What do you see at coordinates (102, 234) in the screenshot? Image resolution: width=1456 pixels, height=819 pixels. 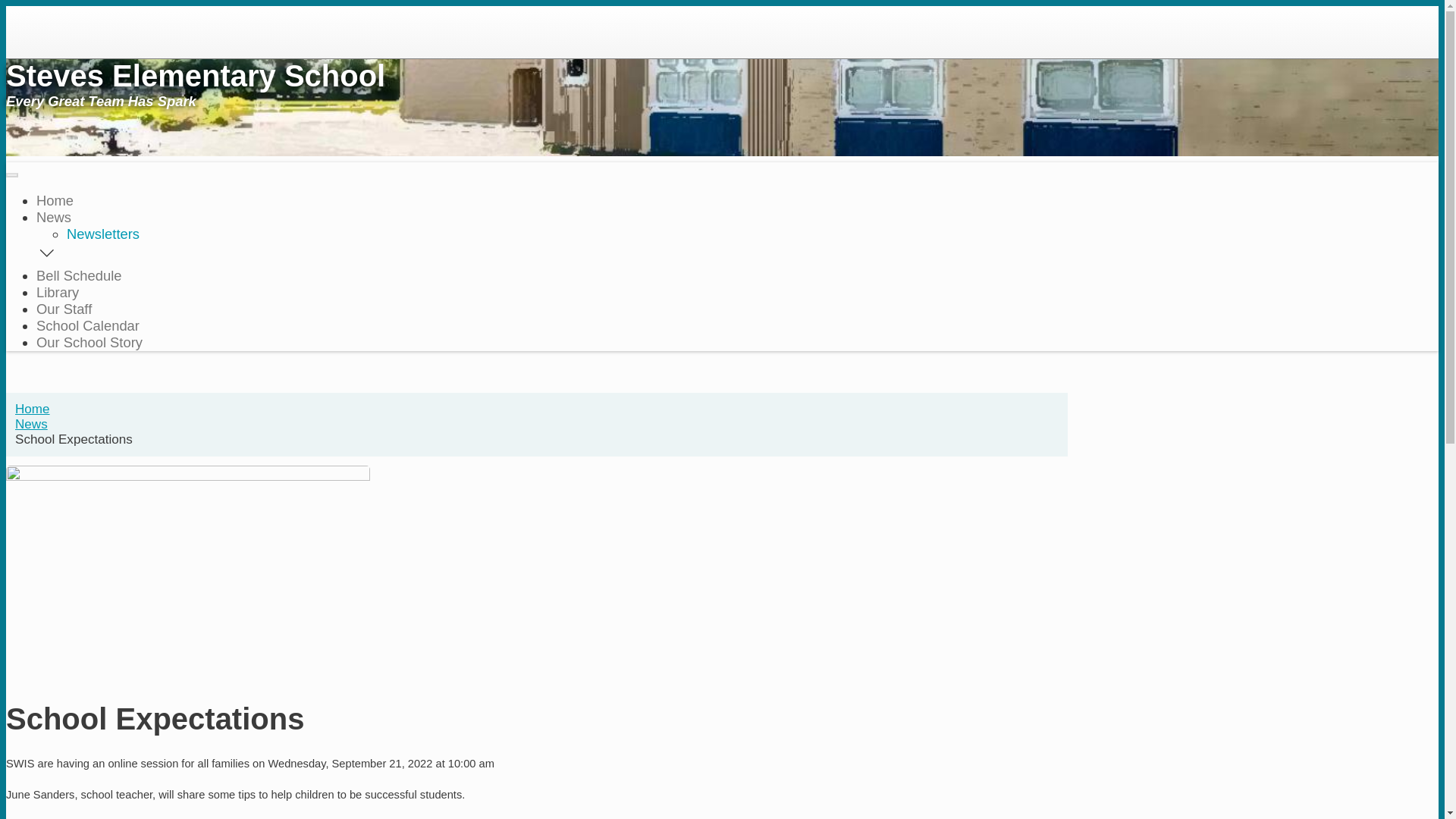 I see `'Newsletters'` at bounding box center [102, 234].